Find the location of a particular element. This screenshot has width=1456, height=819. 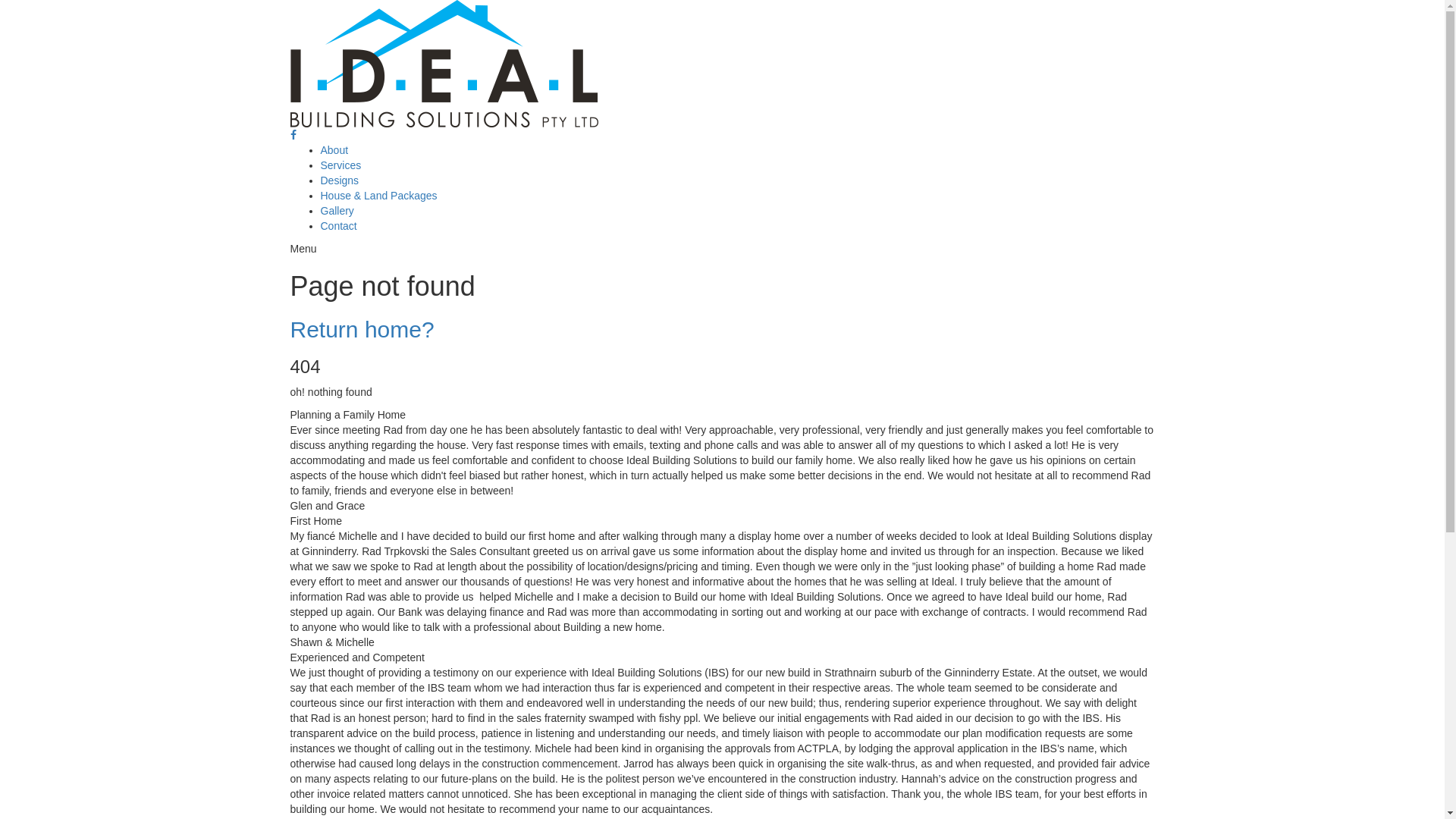

'House & Land Packages' is located at coordinates (378, 195).